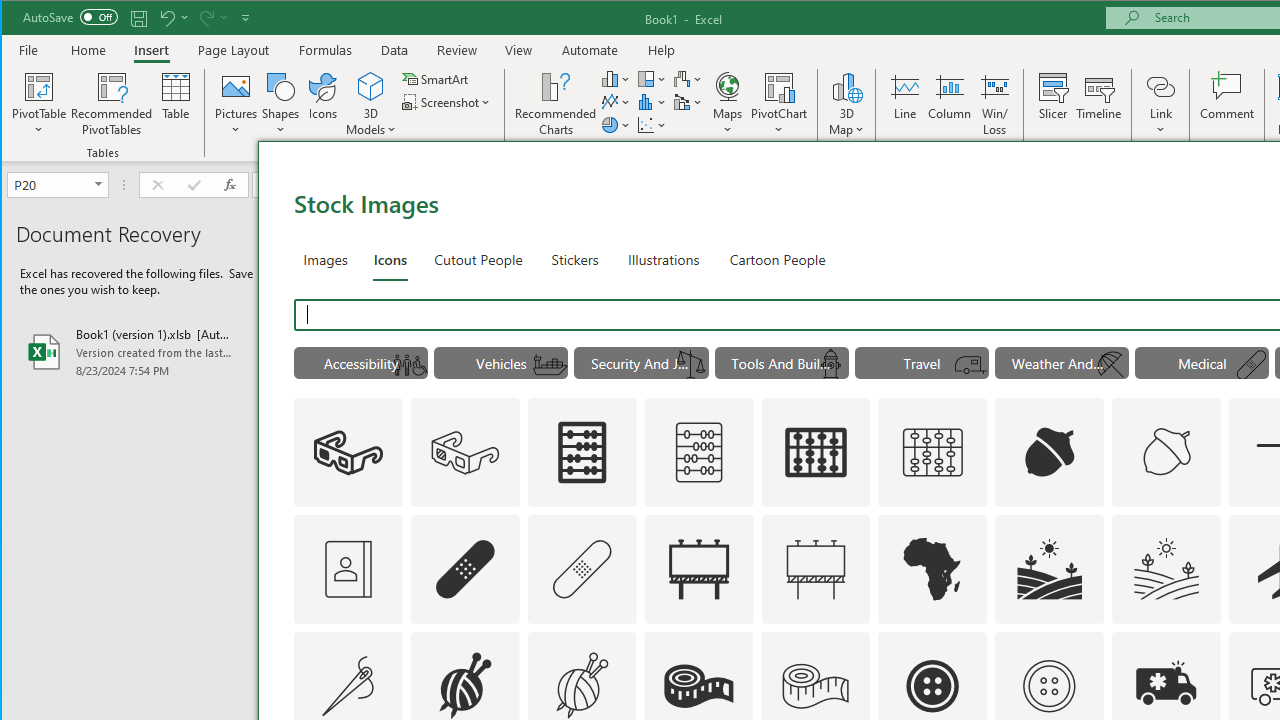  What do you see at coordinates (1048, 568) in the screenshot?
I see `'AutomationID: Icons_Agriculture'` at bounding box center [1048, 568].